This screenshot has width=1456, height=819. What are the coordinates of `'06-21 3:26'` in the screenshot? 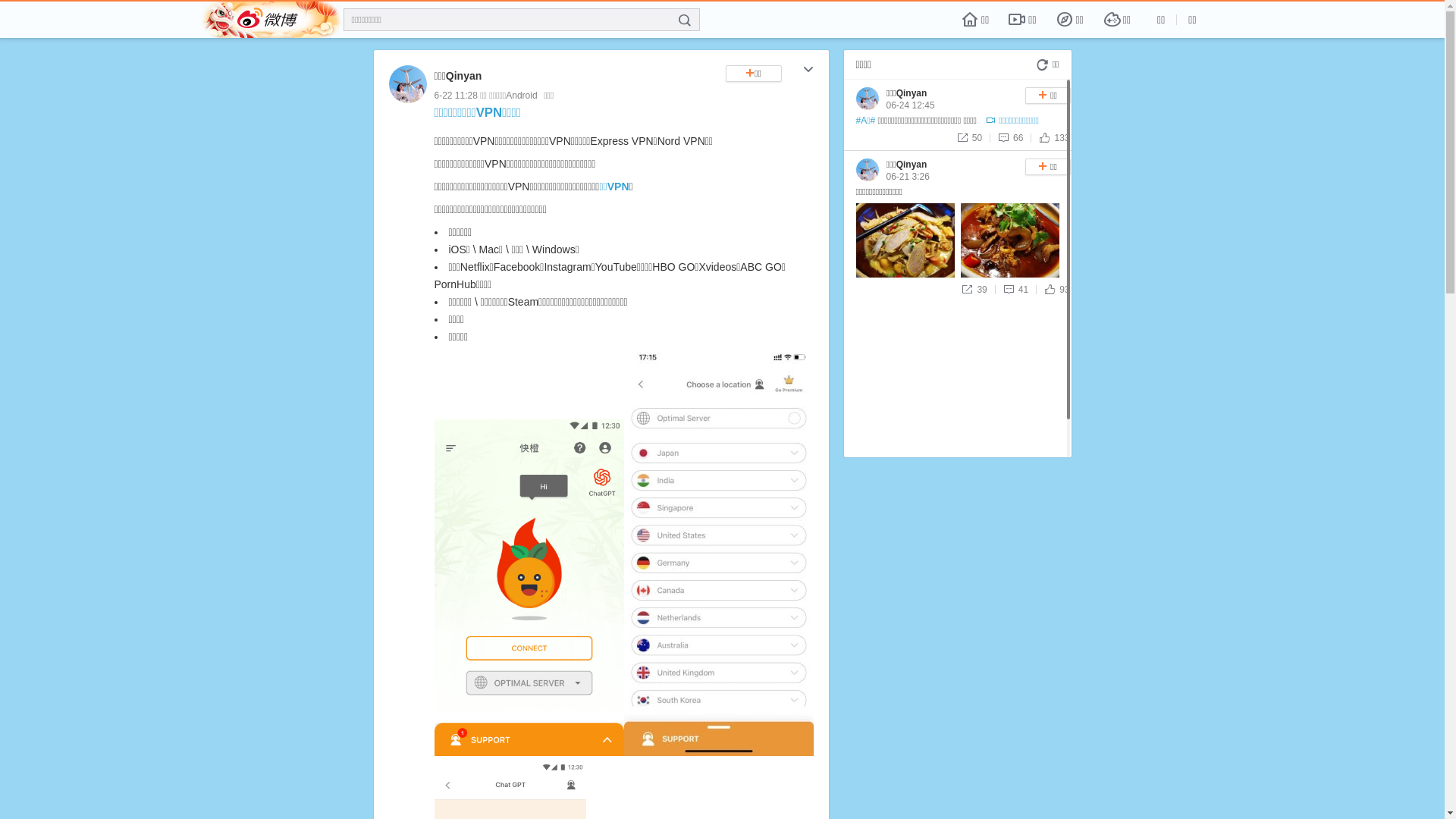 It's located at (907, 175).